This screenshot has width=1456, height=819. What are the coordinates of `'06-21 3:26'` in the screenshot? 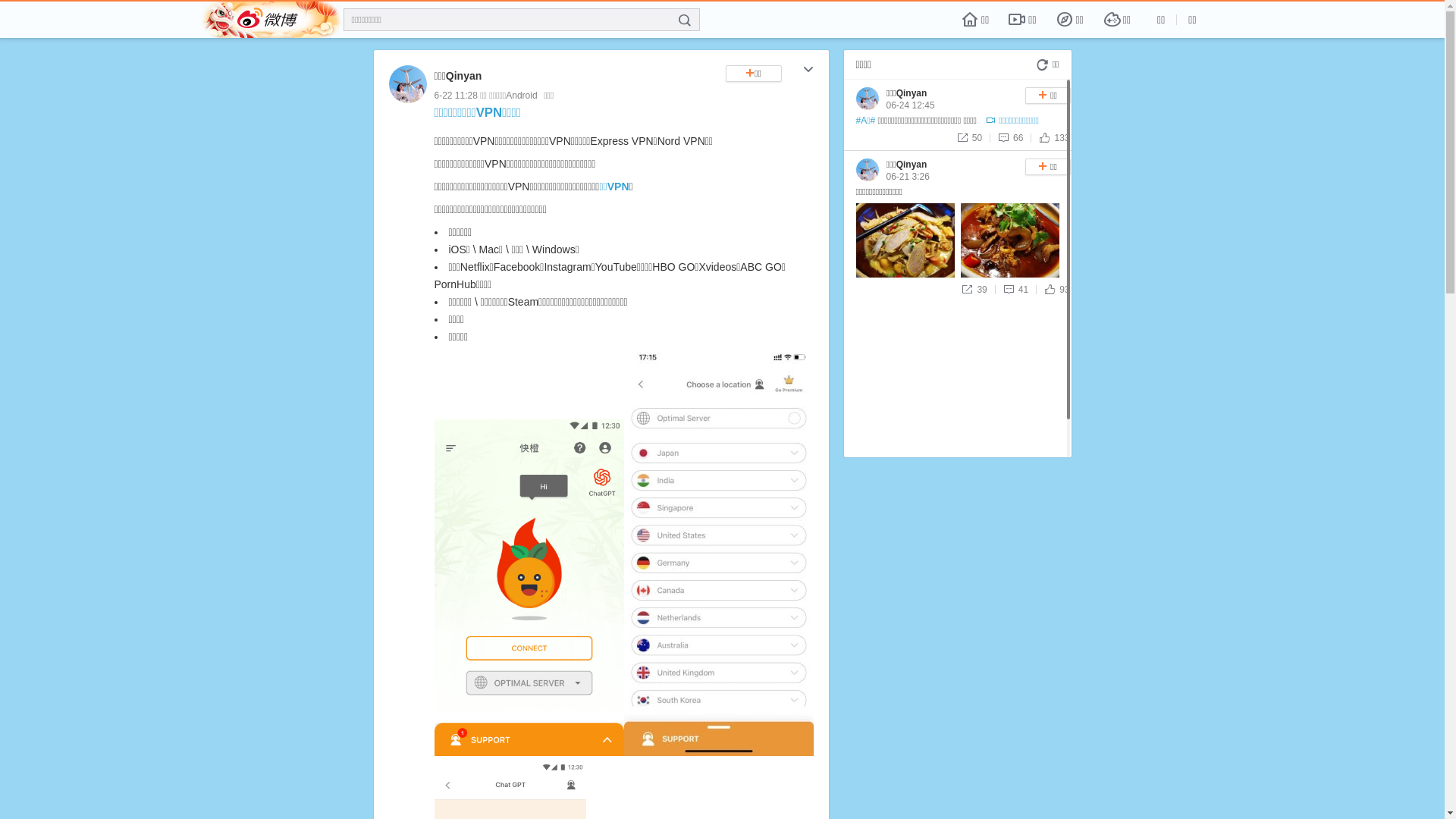 It's located at (907, 175).